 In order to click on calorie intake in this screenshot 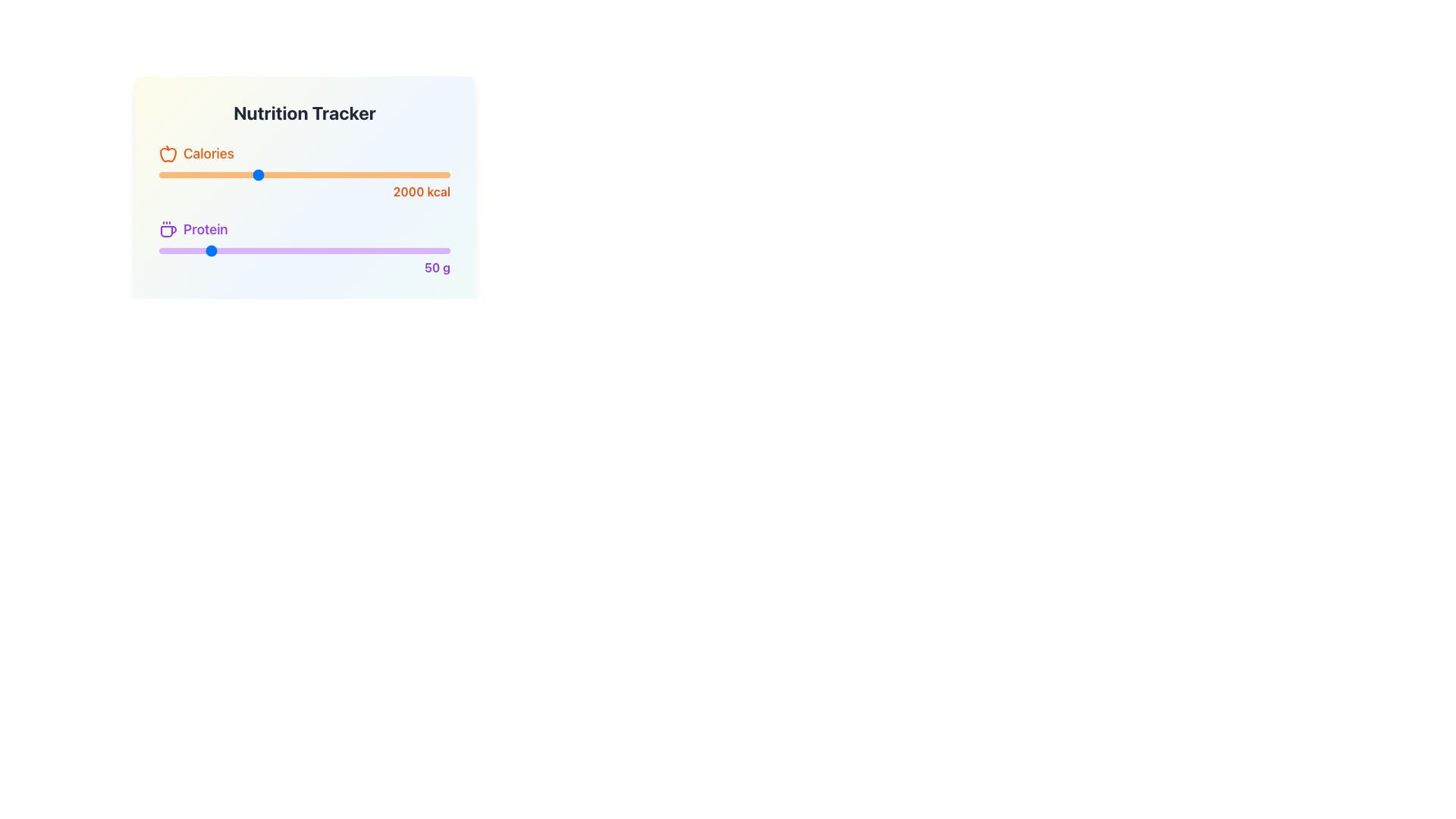, I will do `click(271, 171)`.